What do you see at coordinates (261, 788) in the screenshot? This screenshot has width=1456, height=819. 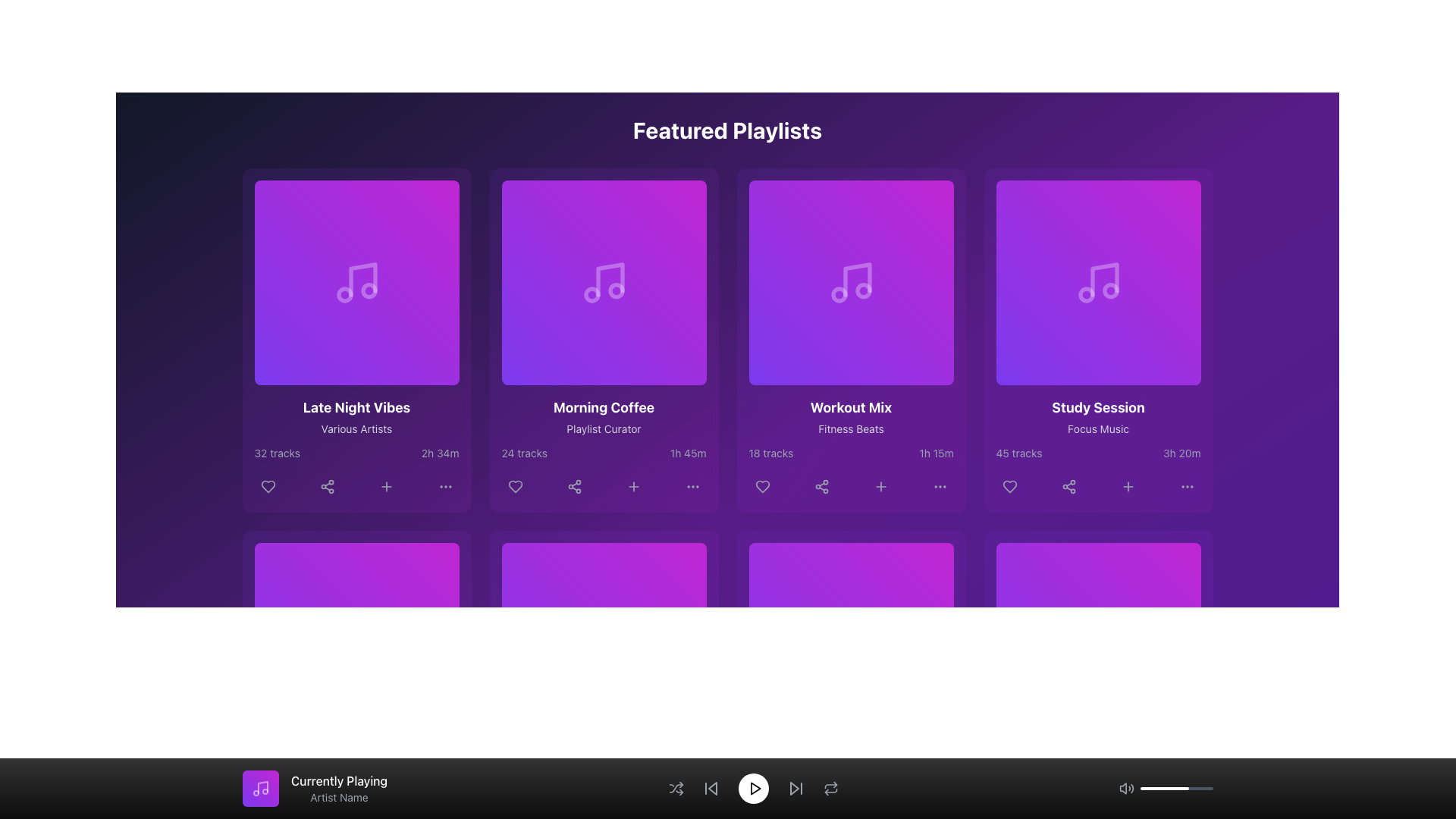 I see `the central musical note icon rendered in white, located inside a purple square button in the media control bar, to interact with the music player` at bounding box center [261, 788].